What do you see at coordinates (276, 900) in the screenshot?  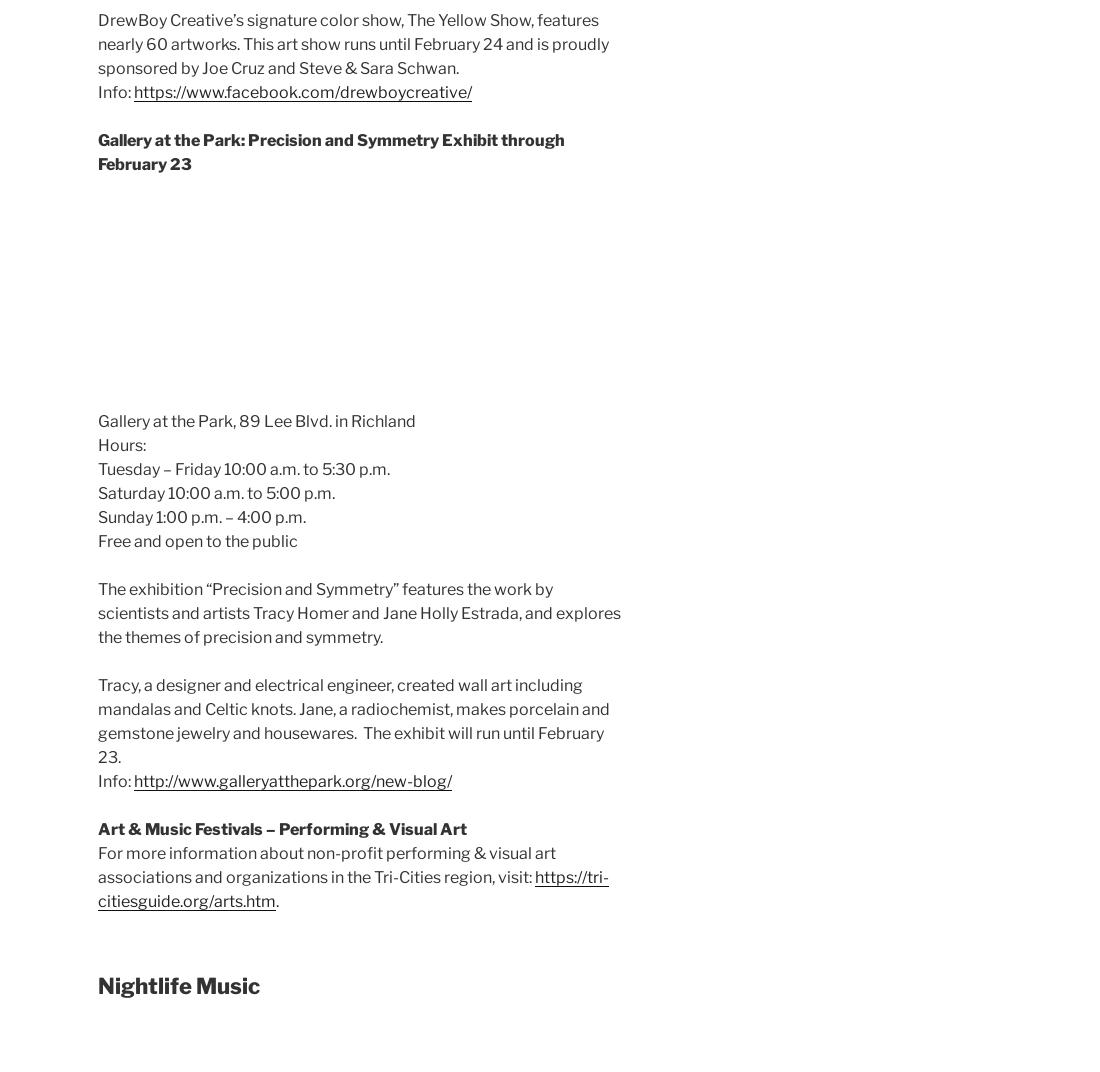 I see `'.'` at bounding box center [276, 900].